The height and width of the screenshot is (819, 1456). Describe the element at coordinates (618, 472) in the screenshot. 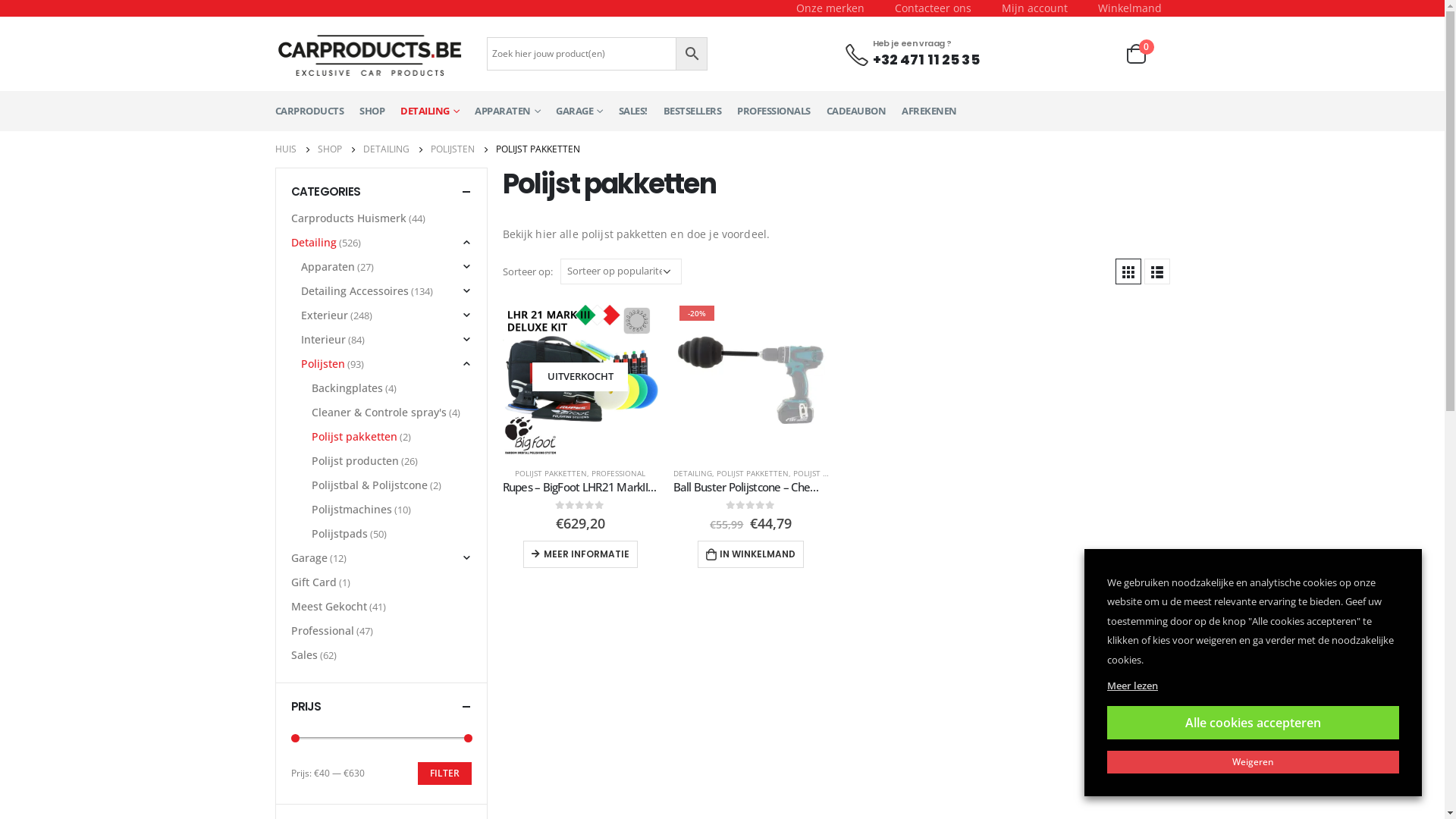

I see `'PROFESSIONAL'` at that location.